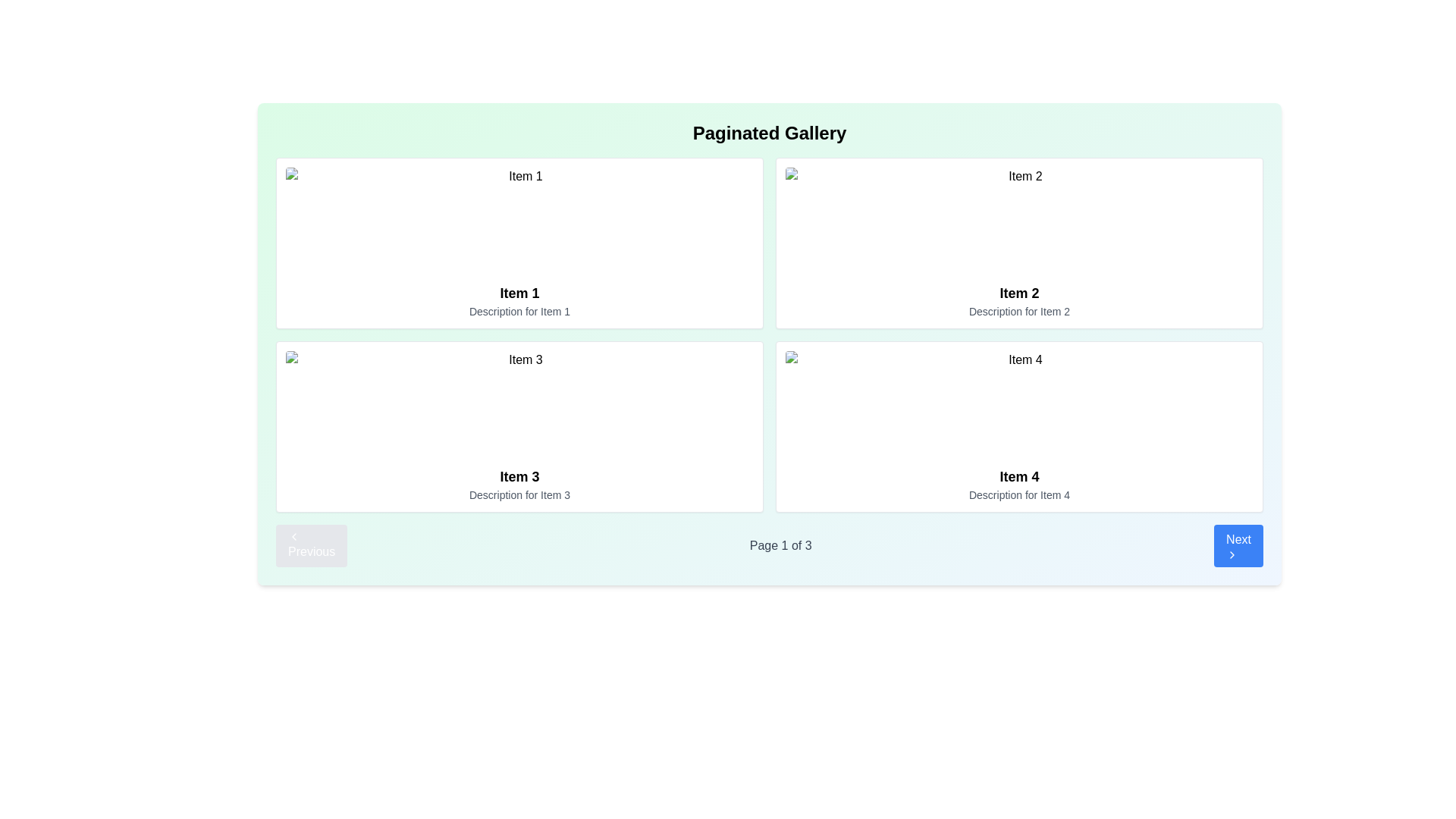 The image size is (1456, 819). What do you see at coordinates (519, 222) in the screenshot?
I see `the image with a placeholder source in the first item card ('Item 1'), located in the upper-left quadrant of the grid layout` at bounding box center [519, 222].